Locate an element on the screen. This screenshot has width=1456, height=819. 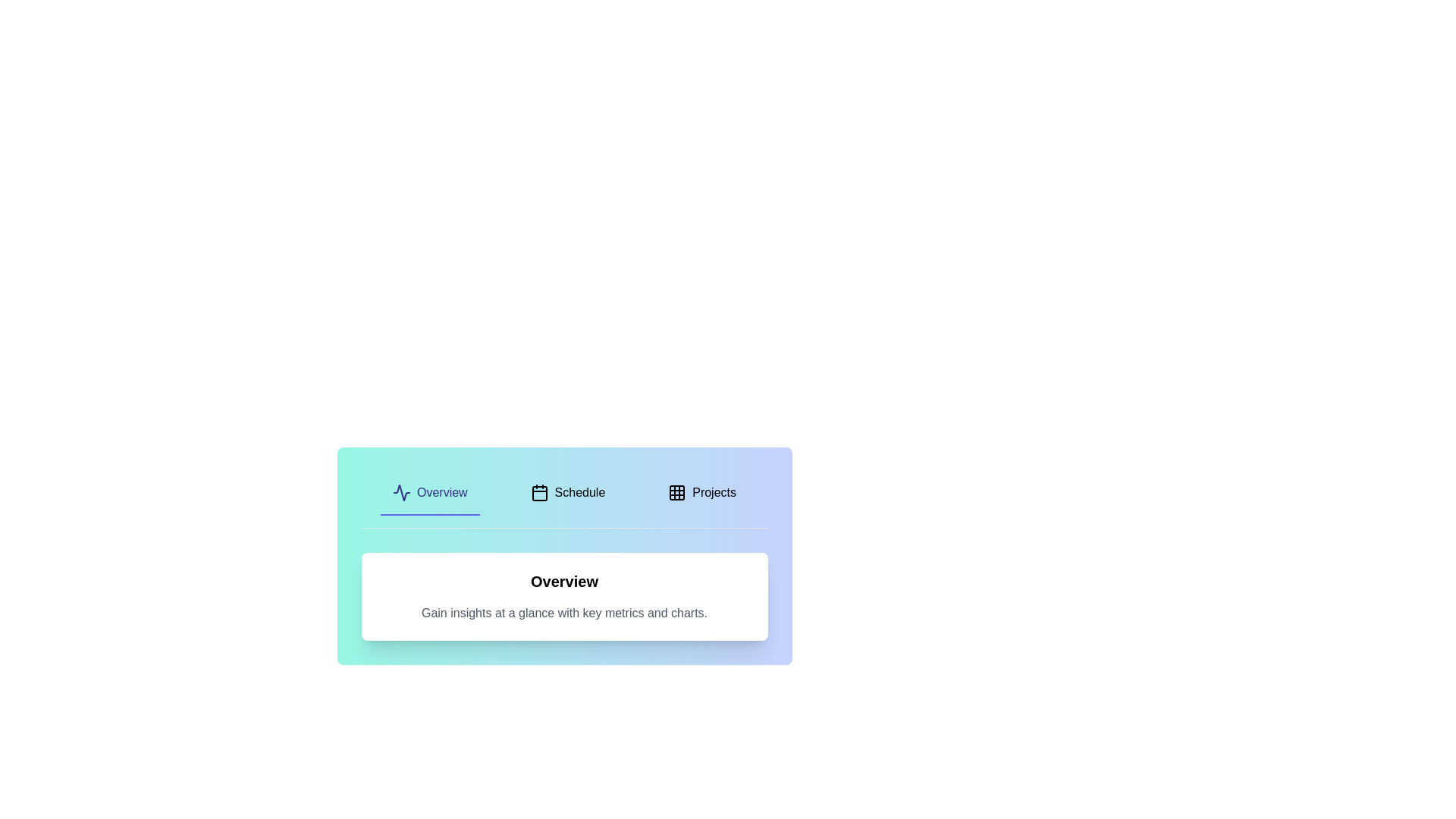
the Overview tab is located at coordinates (429, 494).